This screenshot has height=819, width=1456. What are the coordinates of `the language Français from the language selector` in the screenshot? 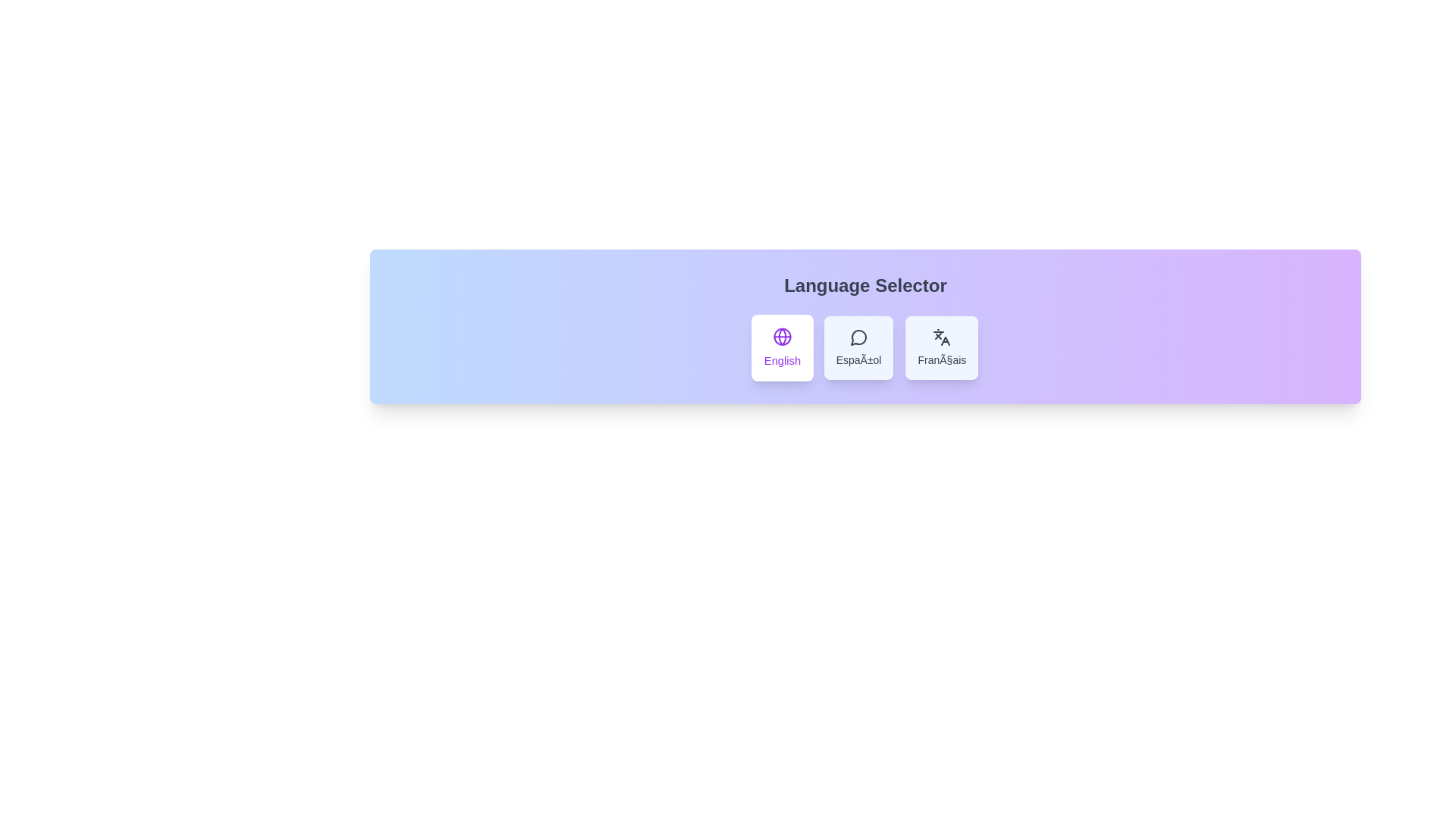 It's located at (941, 348).